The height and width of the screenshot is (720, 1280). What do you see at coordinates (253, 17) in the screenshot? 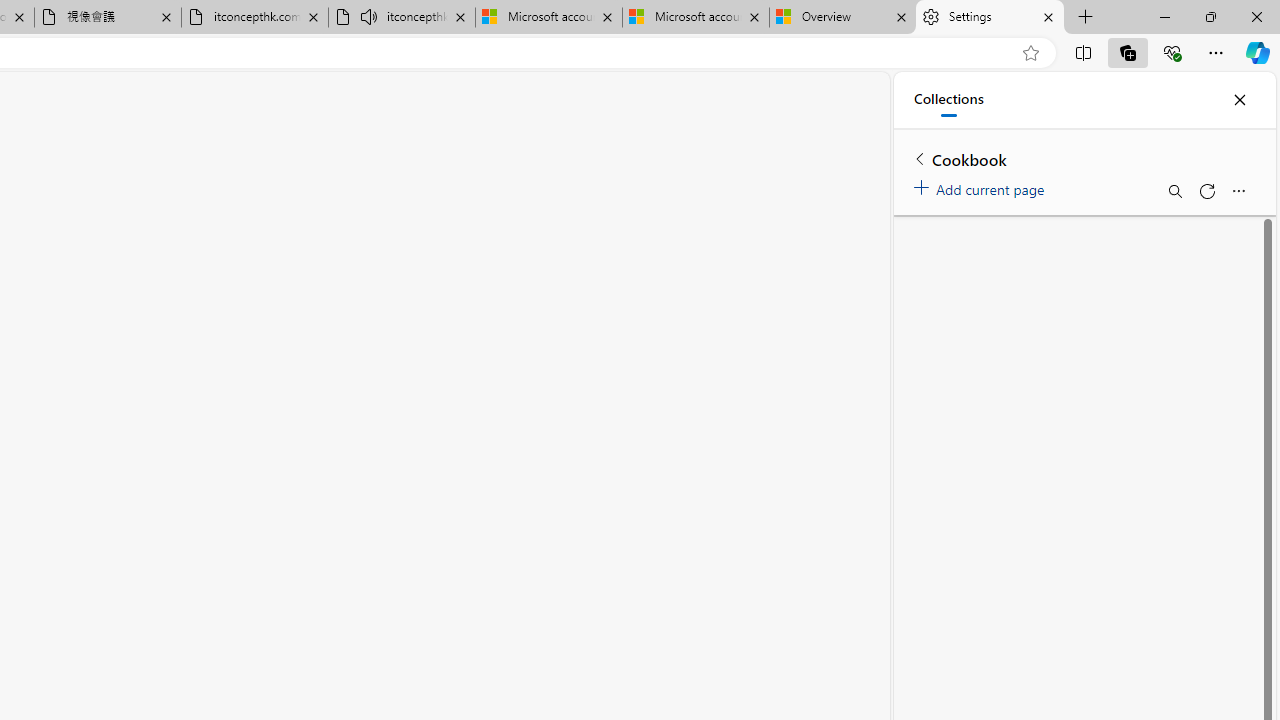
I see `'itconcepthk.com/projector_solutions.mp4'` at bounding box center [253, 17].